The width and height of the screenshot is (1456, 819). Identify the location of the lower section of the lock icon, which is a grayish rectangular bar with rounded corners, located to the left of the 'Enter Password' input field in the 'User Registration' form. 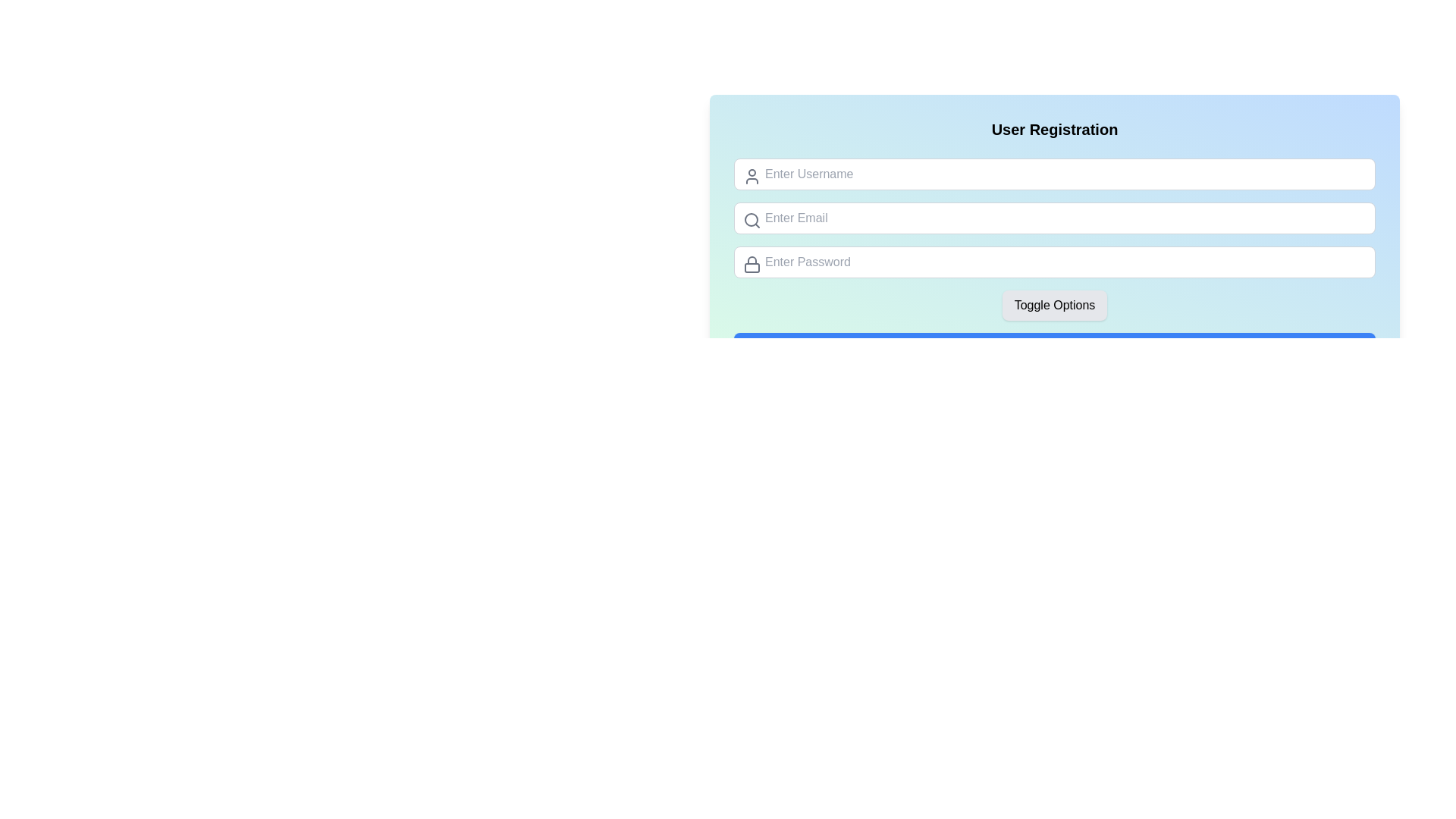
(752, 267).